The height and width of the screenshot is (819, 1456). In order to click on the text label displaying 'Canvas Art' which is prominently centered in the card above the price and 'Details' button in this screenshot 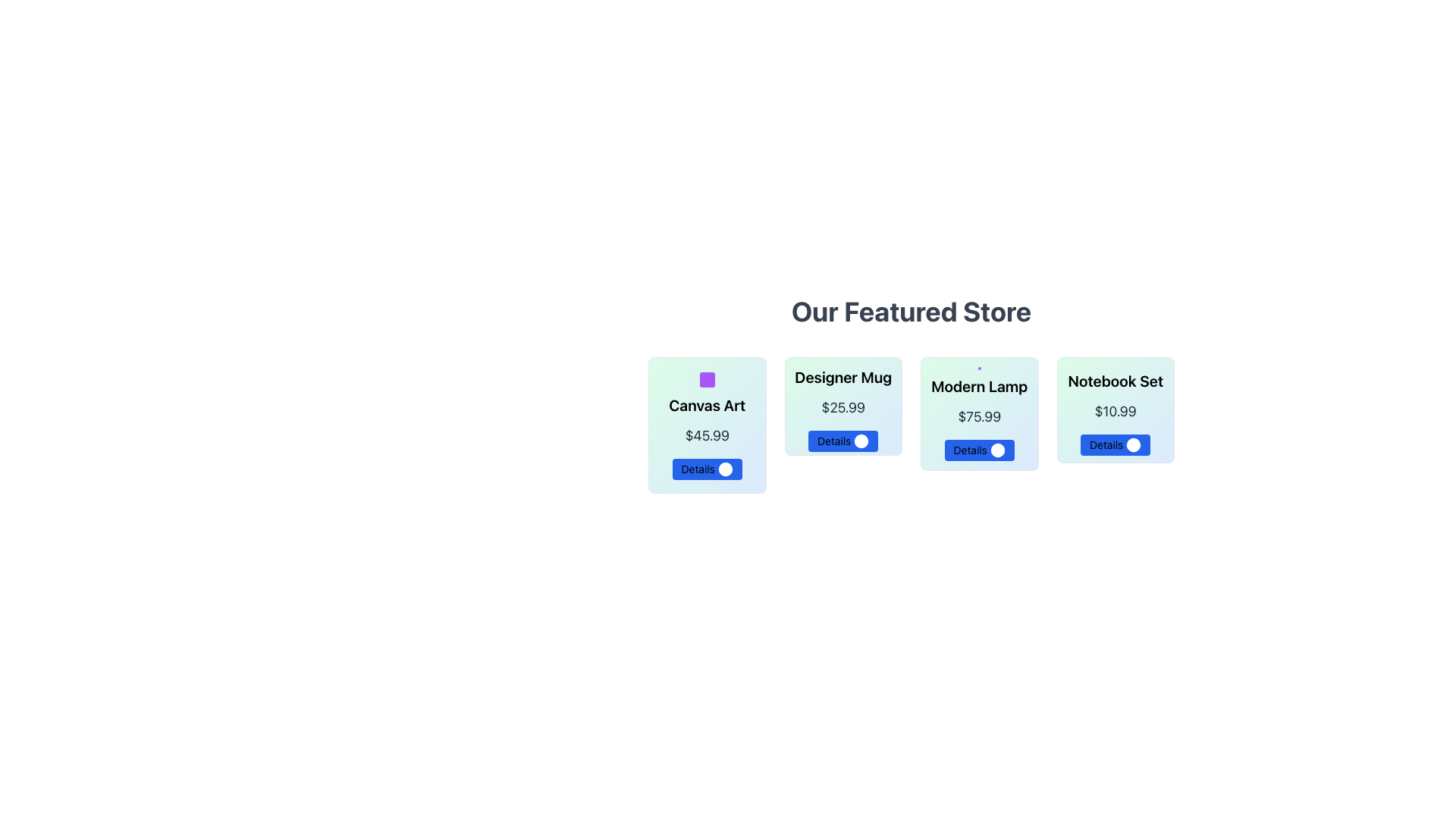, I will do `click(706, 405)`.